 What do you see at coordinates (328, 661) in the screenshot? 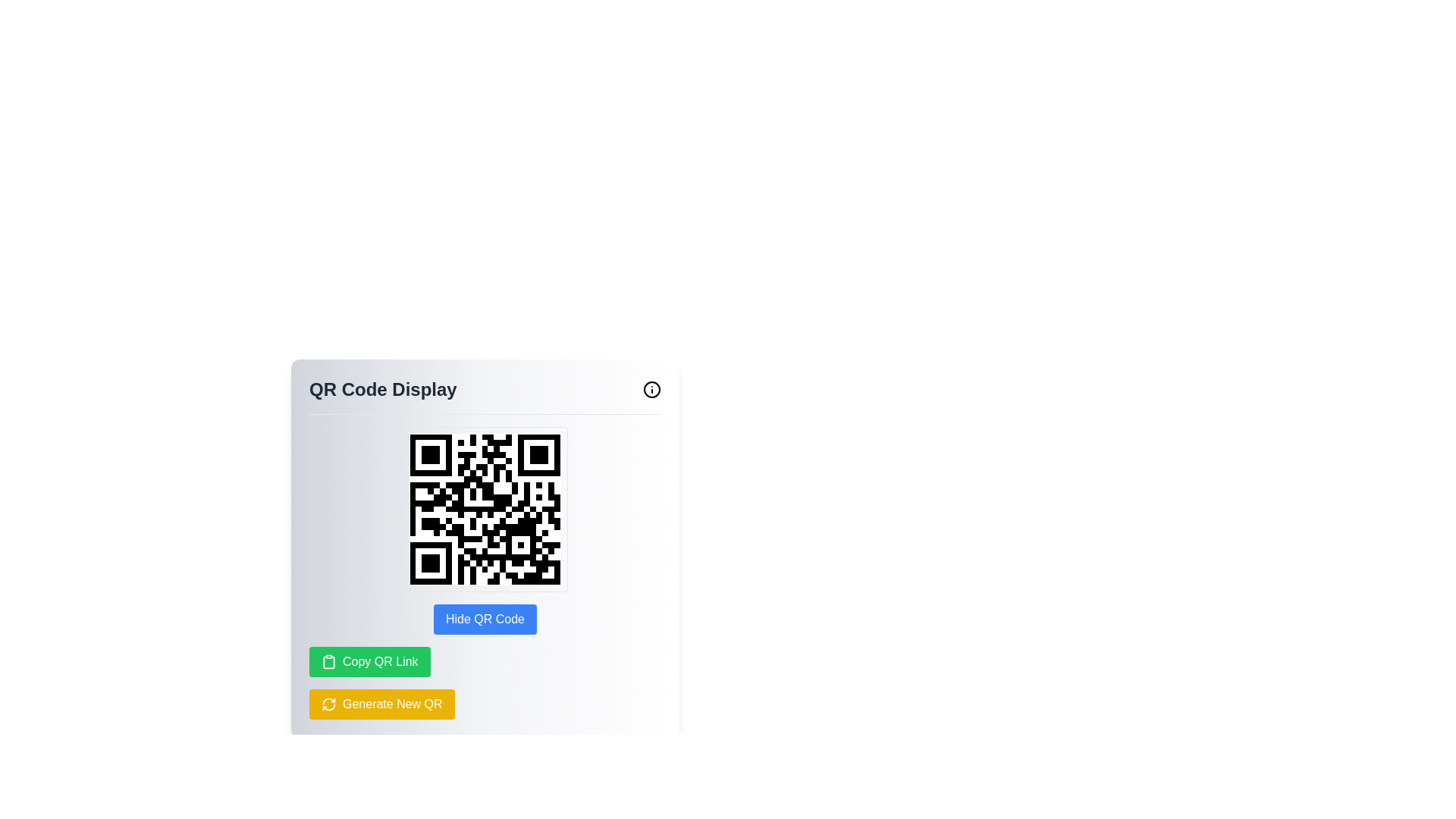
I see `the clipboard icon with a green background located to the left of the 'Copy QR Link' text` at bounding box center [328, 661].